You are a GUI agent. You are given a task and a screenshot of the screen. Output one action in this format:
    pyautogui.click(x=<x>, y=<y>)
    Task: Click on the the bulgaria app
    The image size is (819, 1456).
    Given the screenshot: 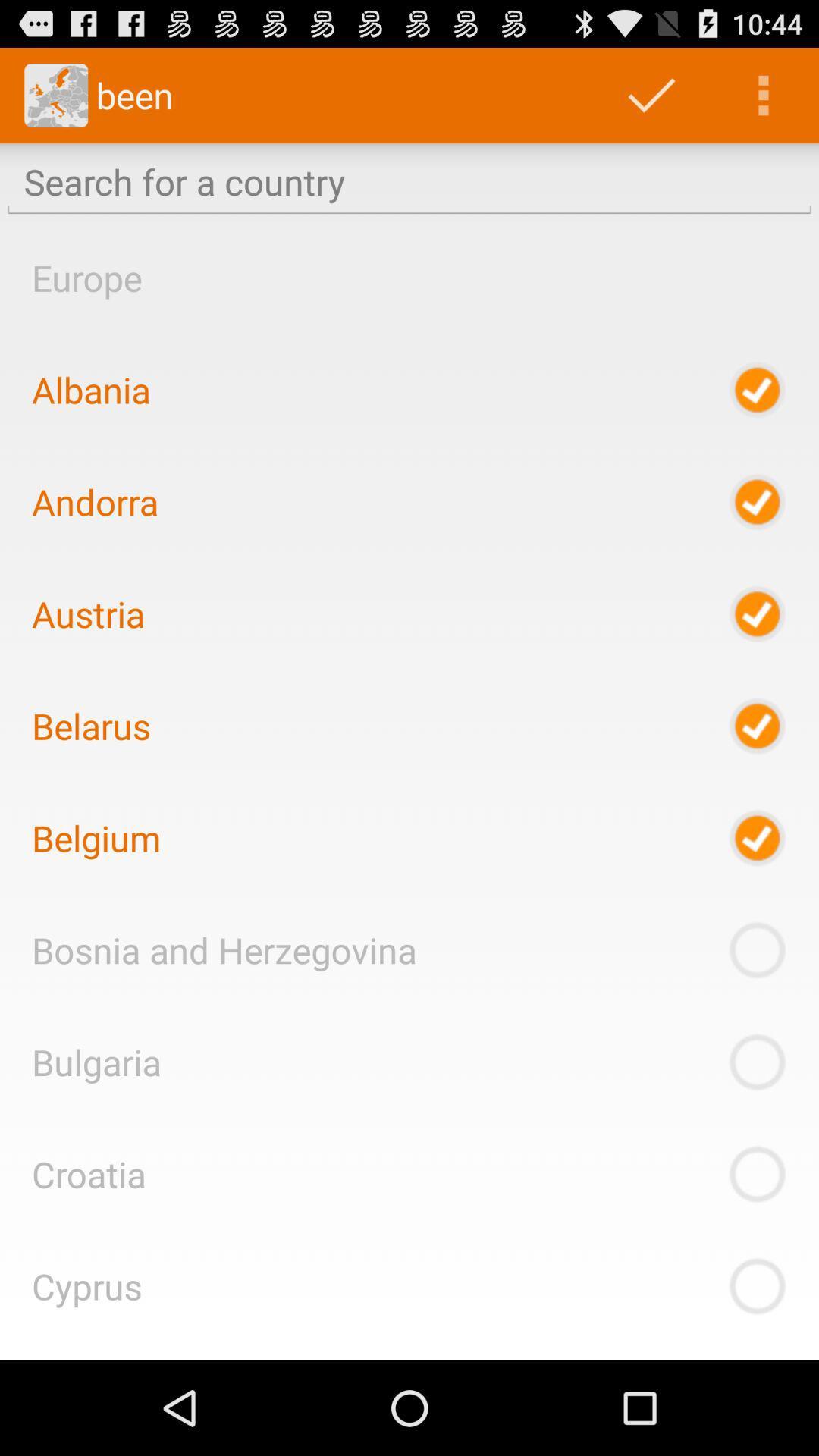 What is the action you would take?
    pyautogui.click(x=96, y=1061)
    